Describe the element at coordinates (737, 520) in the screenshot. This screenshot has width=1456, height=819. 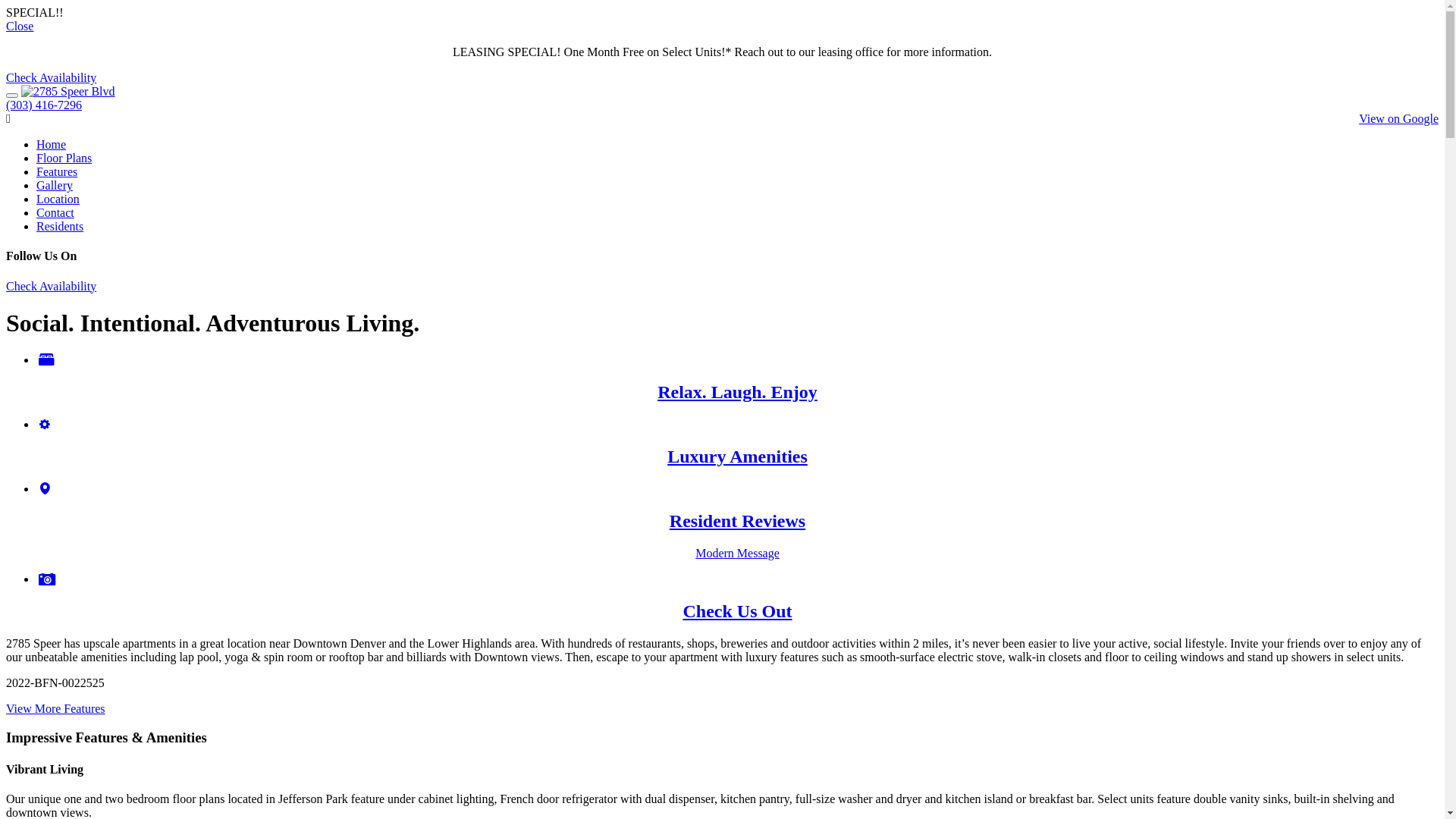
I see `'Resident Reviews` at that location.